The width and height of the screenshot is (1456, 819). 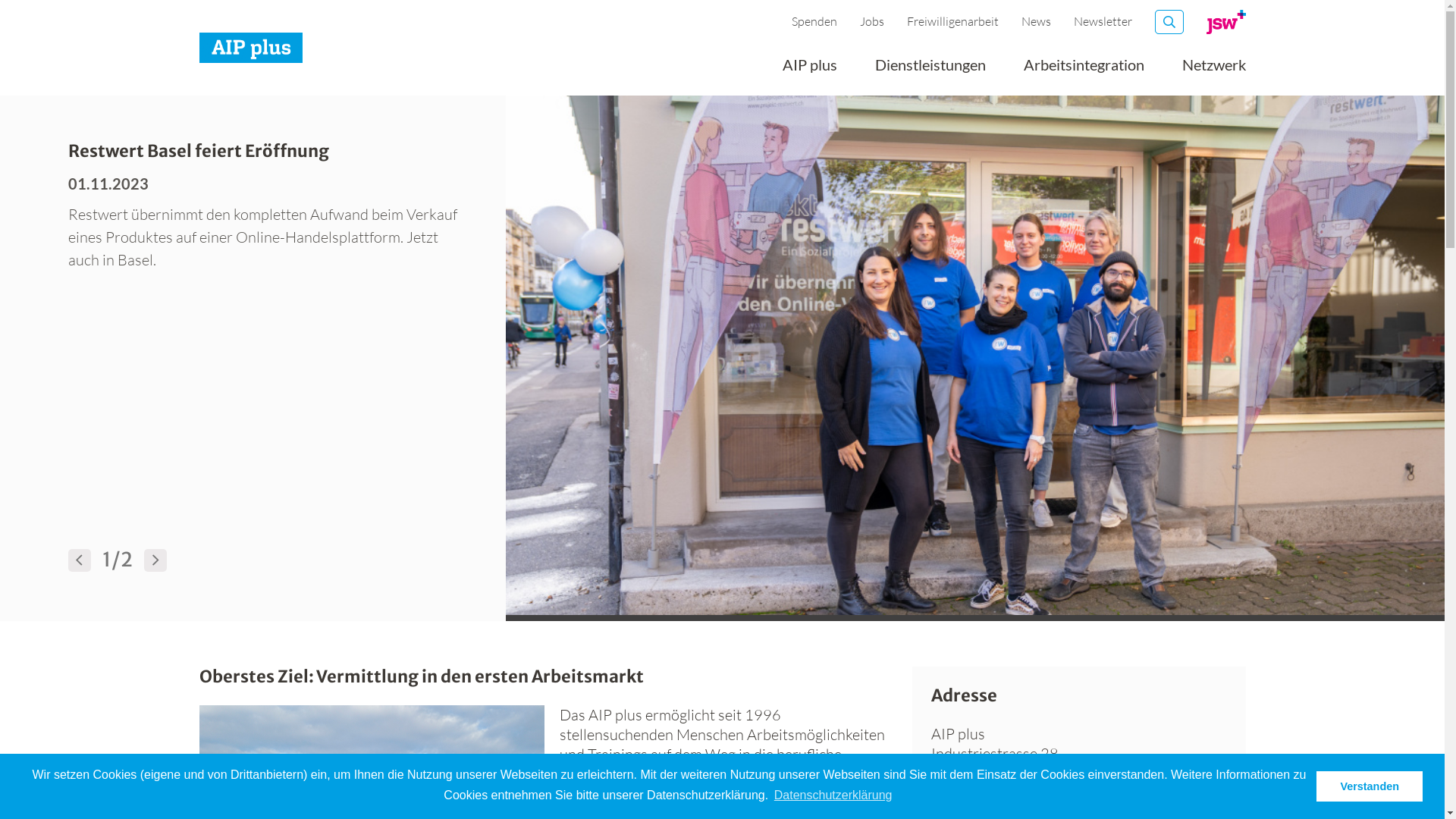 I want to click on 'Newsletter', so click(x=1103, y=20).